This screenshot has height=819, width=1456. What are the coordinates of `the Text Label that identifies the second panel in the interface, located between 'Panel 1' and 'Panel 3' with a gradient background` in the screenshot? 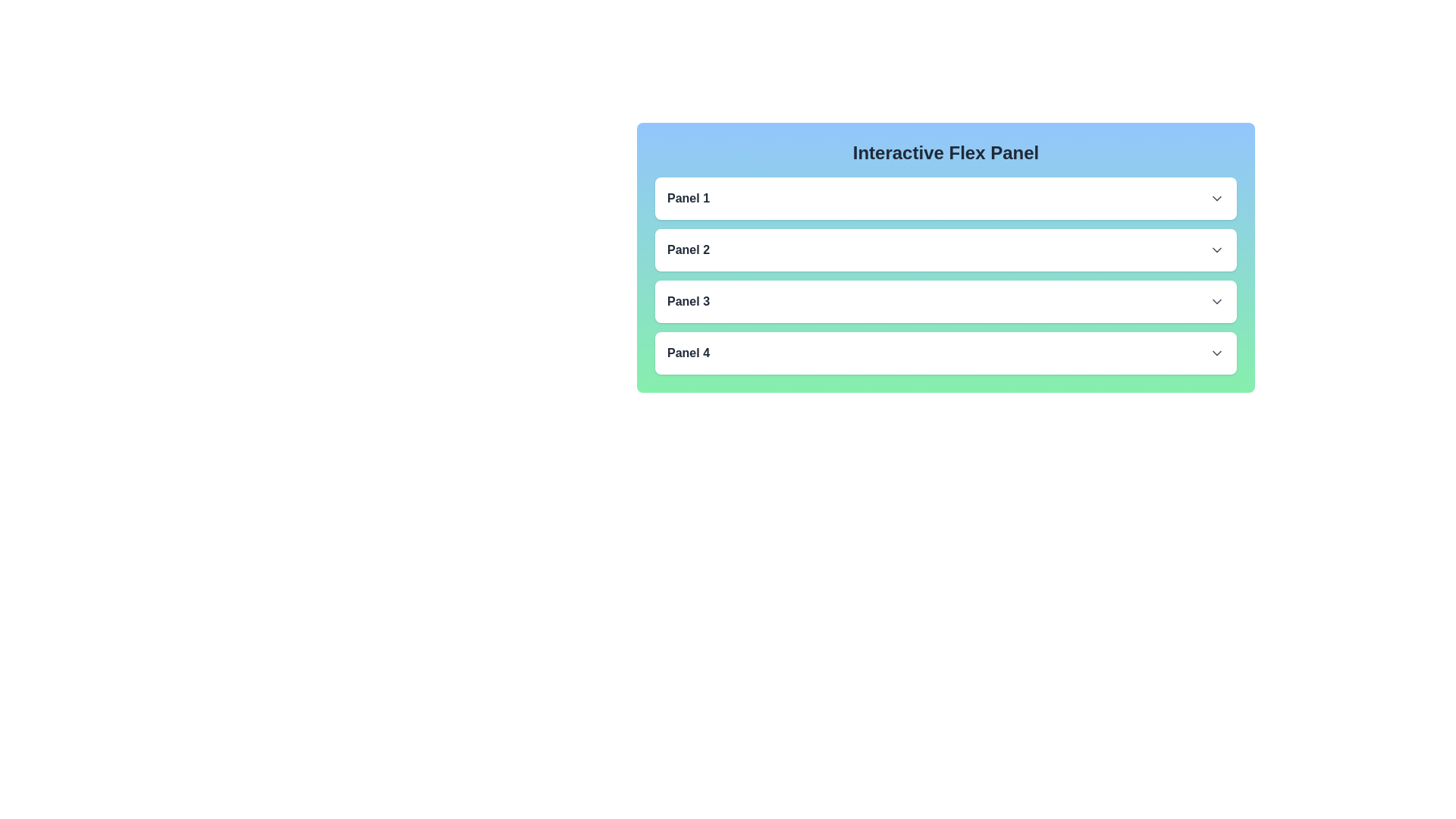 It's located at (687, 249).